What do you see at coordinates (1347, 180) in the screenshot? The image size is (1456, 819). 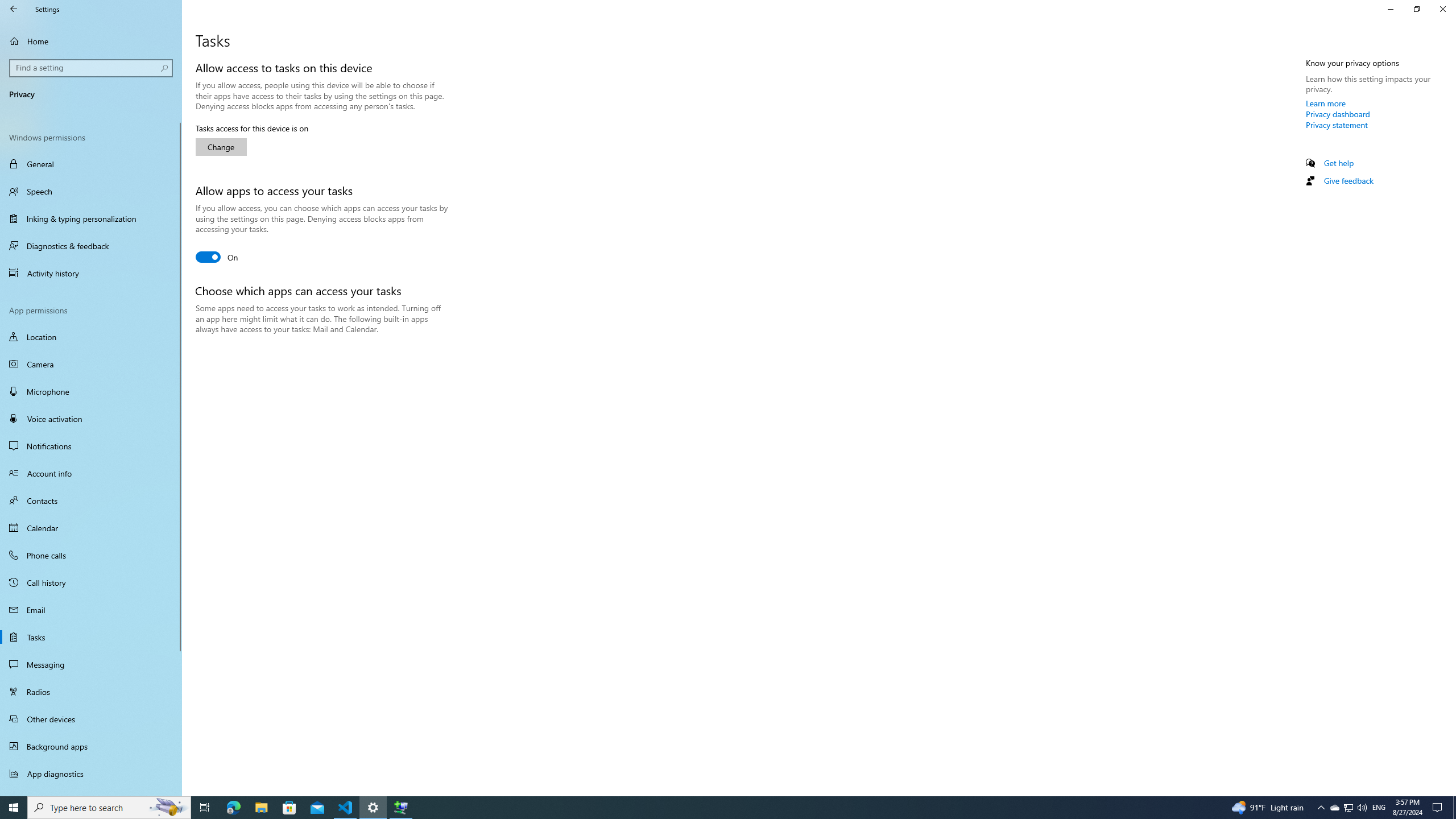 I see `'Give feedback'` at bounding box center [1347, 180].